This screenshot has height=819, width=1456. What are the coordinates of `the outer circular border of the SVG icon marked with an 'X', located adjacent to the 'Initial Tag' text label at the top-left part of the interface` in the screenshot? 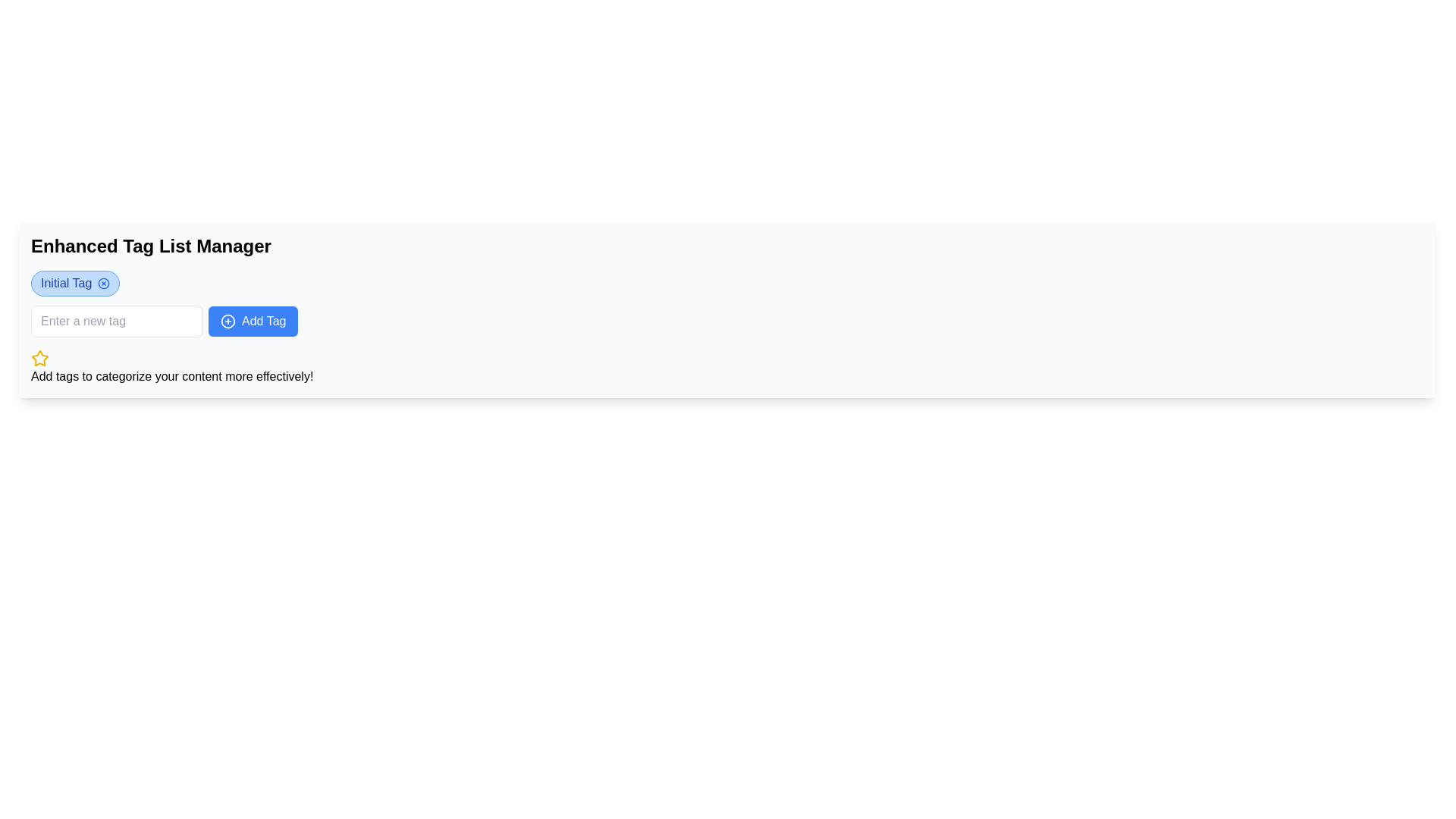 It's located at (103, 284).